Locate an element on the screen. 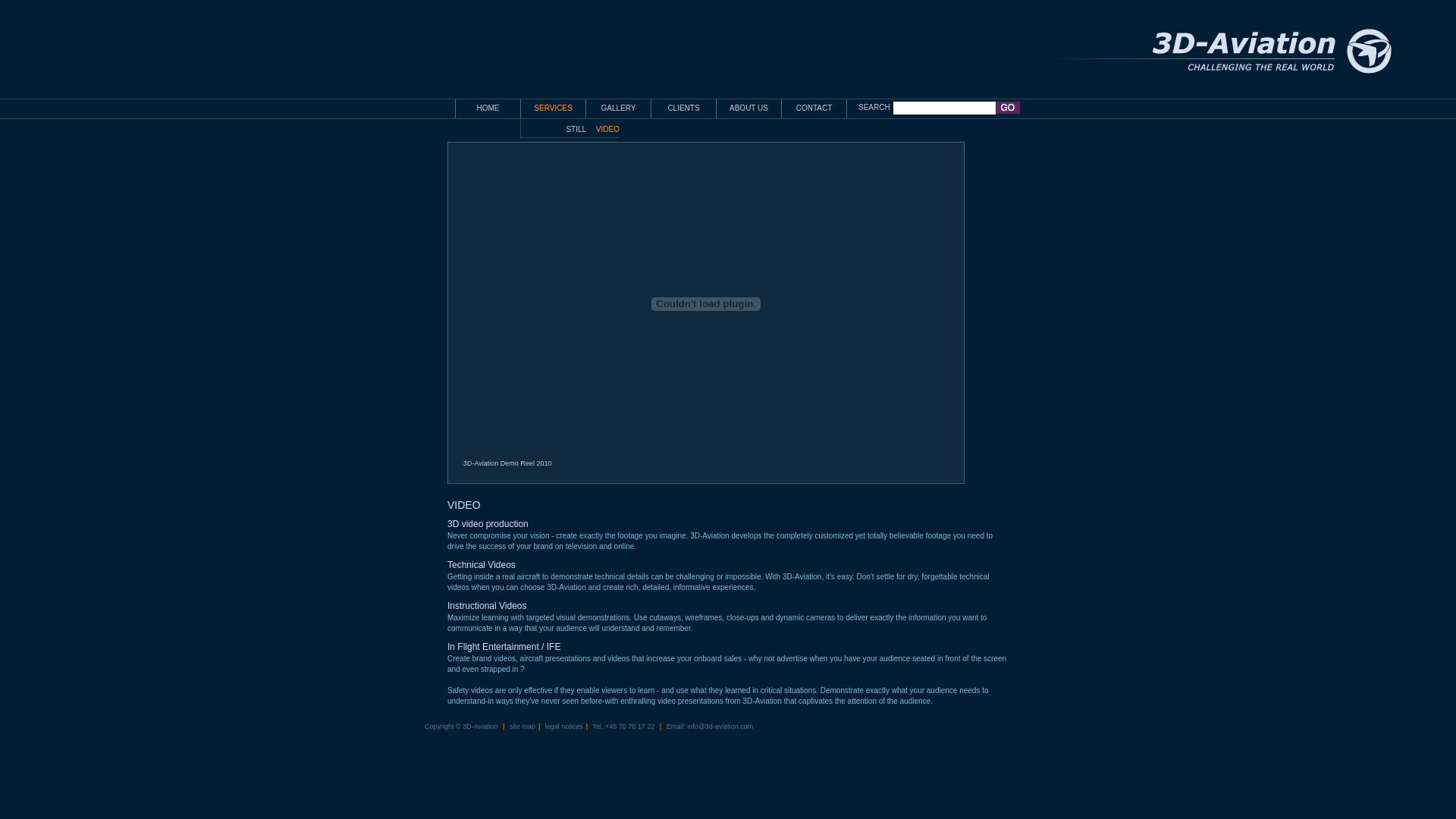 The image size is (1456, 819). 'VIDEO' is located at coordinates (607, 128).